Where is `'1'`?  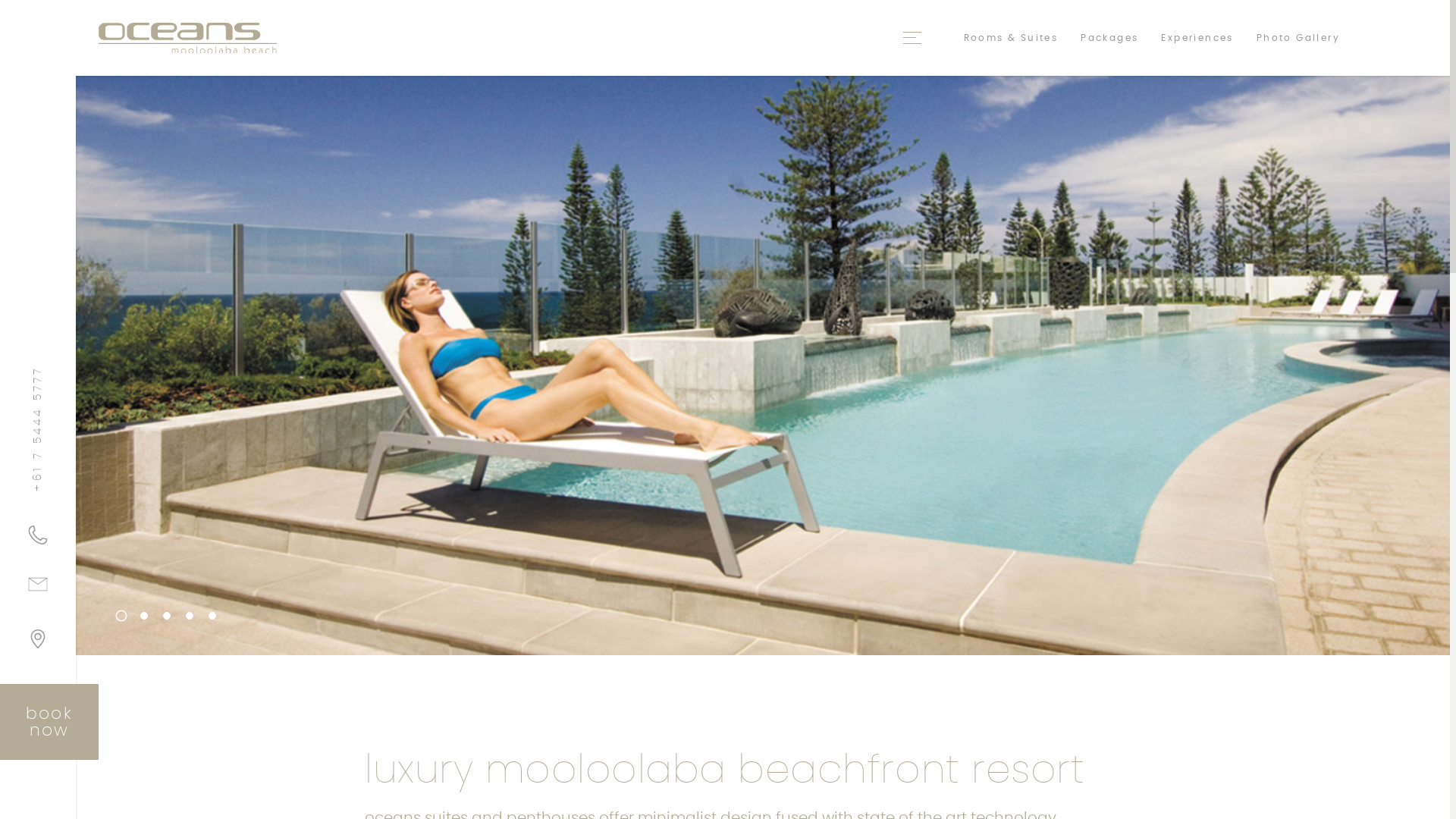 '1' is located at coordinates (115, 613).